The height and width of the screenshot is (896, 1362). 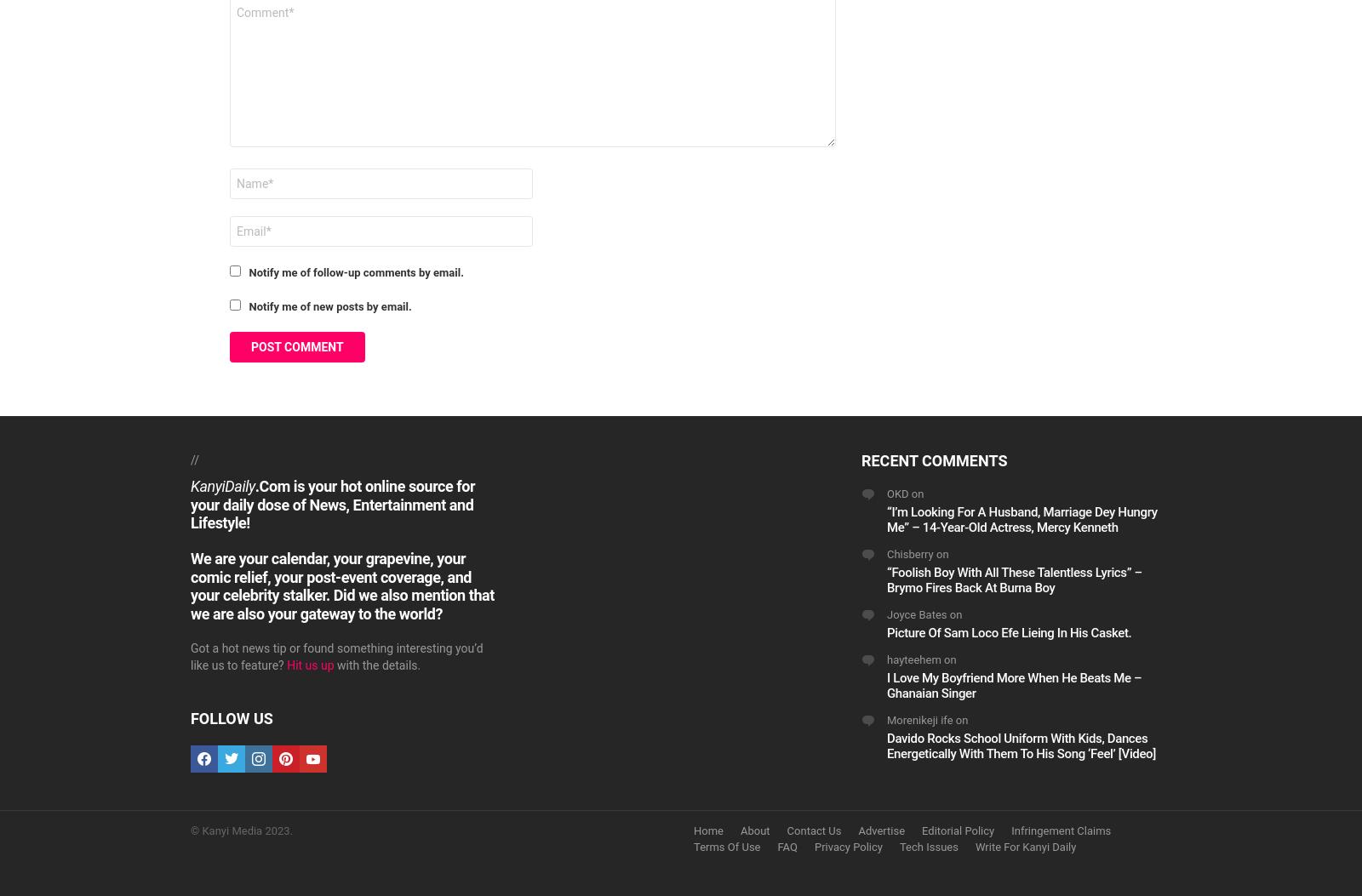 What do you see at coordinates (919, 718) in the screenshot?
I see `'Morenikeji ife'` at bounding box center [919, 718].